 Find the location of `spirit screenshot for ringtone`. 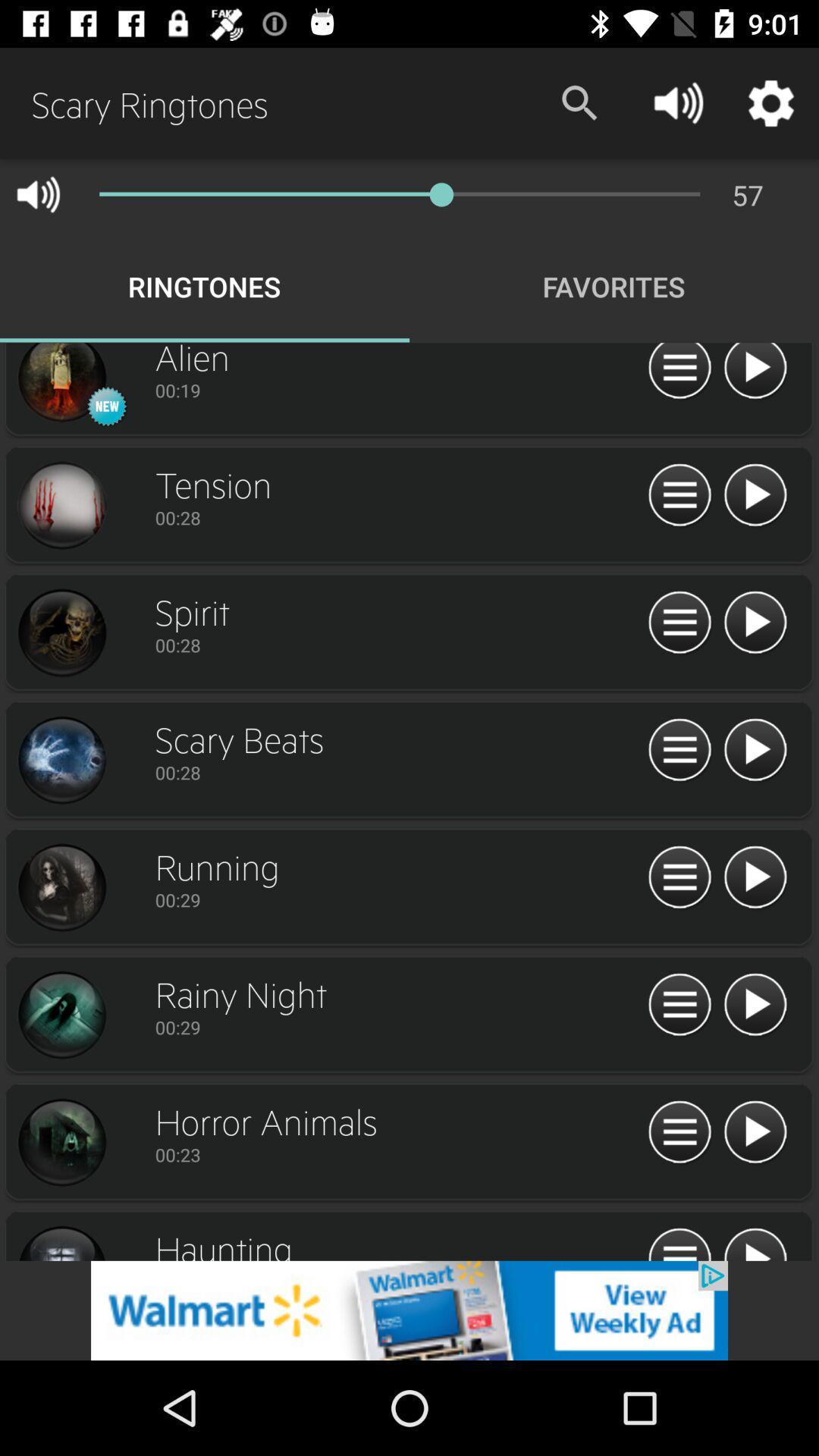

spirit screenshot for ringtone is located at coordinates (61, 633).